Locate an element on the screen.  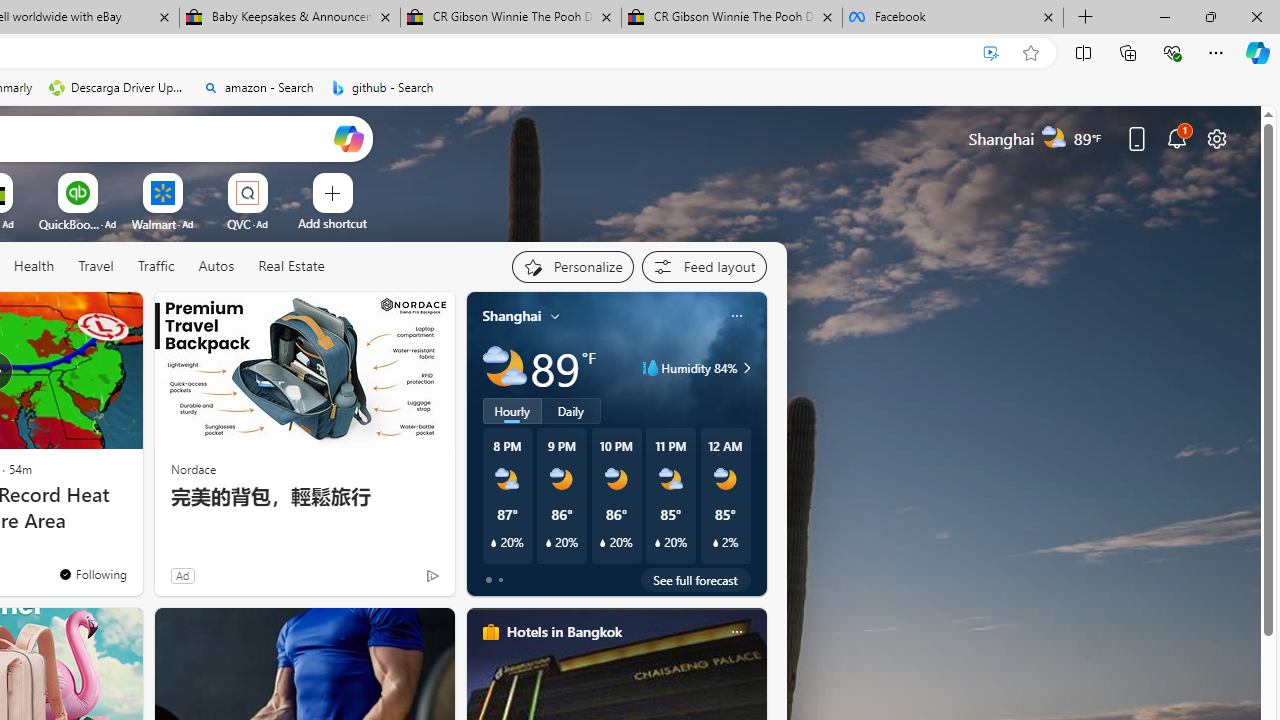
'Add a site' is located at coordinates (332, 223).